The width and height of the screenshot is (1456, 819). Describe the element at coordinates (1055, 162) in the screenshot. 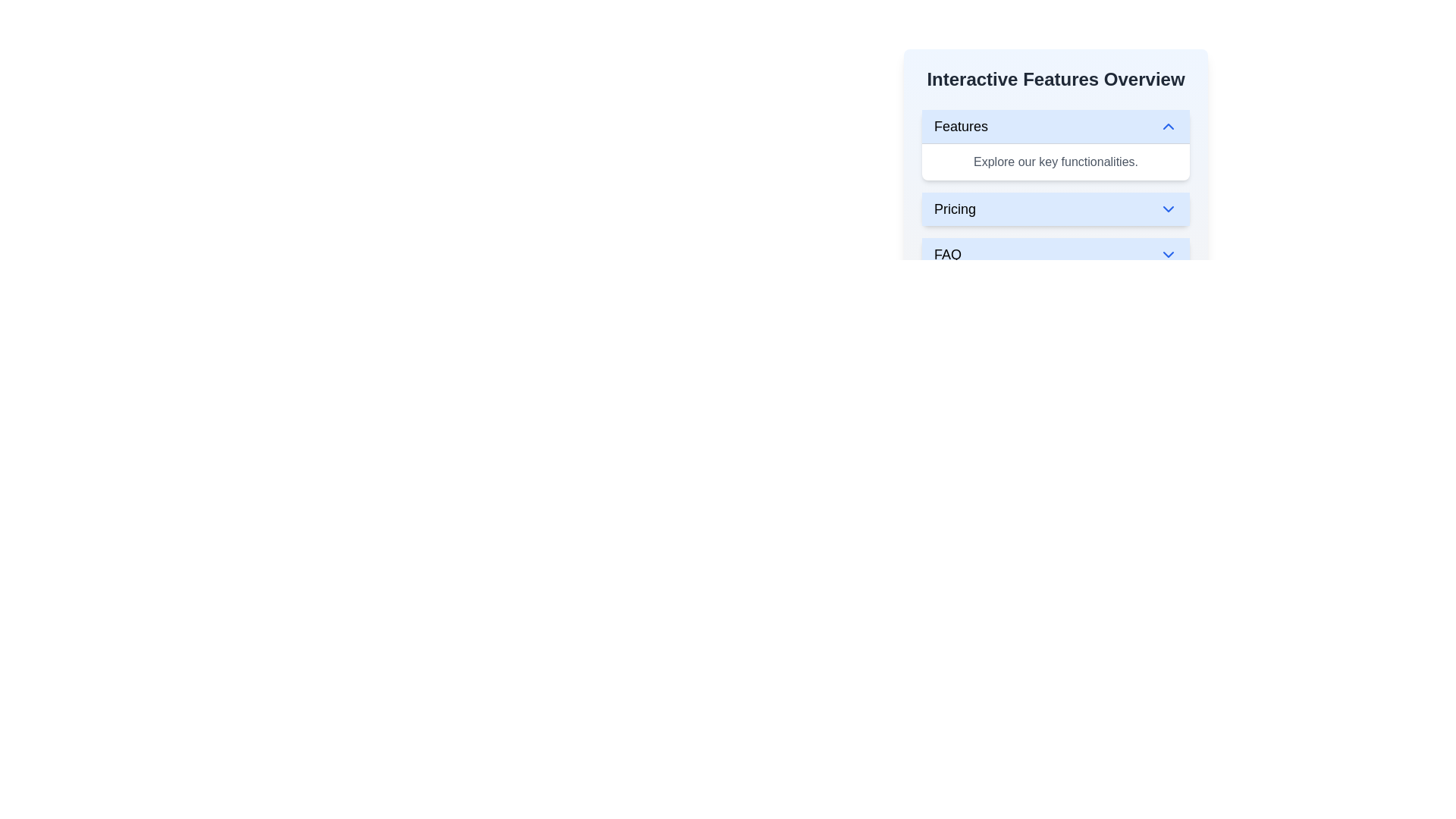

I see `the descriptive text element located under the blue header in the 'Features' section` at that location.